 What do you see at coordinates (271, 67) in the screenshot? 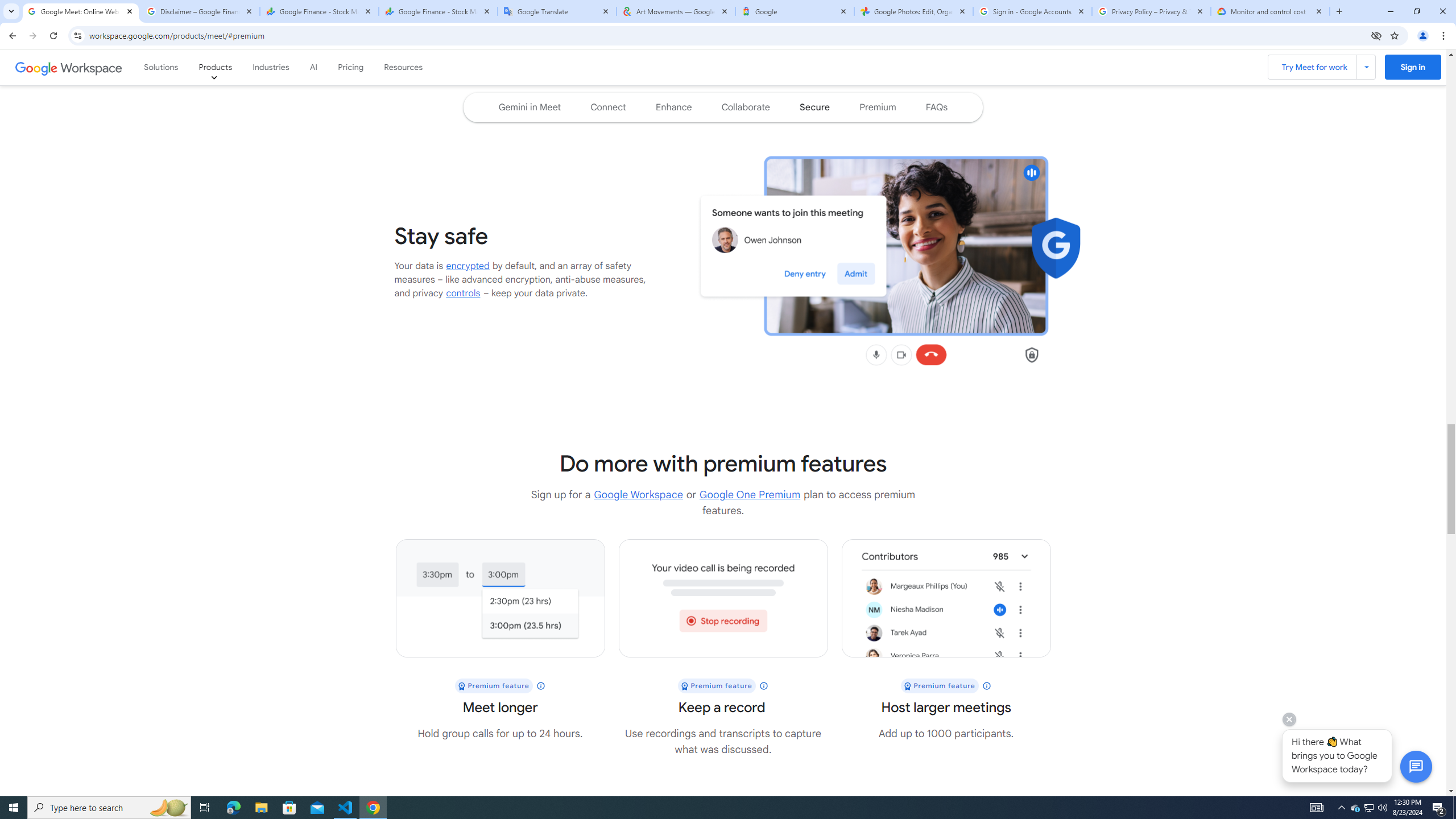
I see `'Industries'` at bounding box center [271, 67].